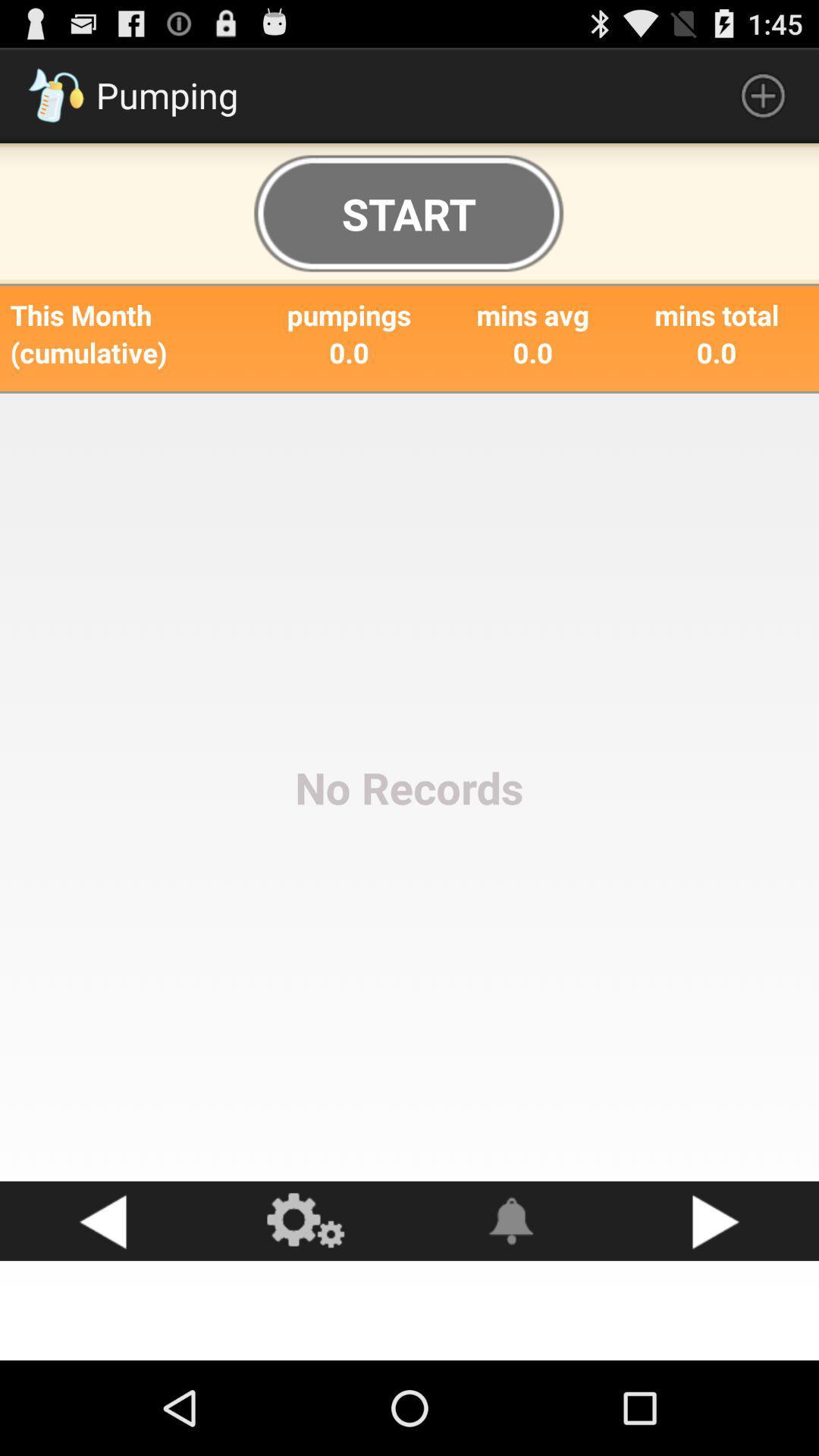  What do you see at coordinates (102, 1221) in the screenshot?
I see `previous month` at bounding box center [102, 1221].